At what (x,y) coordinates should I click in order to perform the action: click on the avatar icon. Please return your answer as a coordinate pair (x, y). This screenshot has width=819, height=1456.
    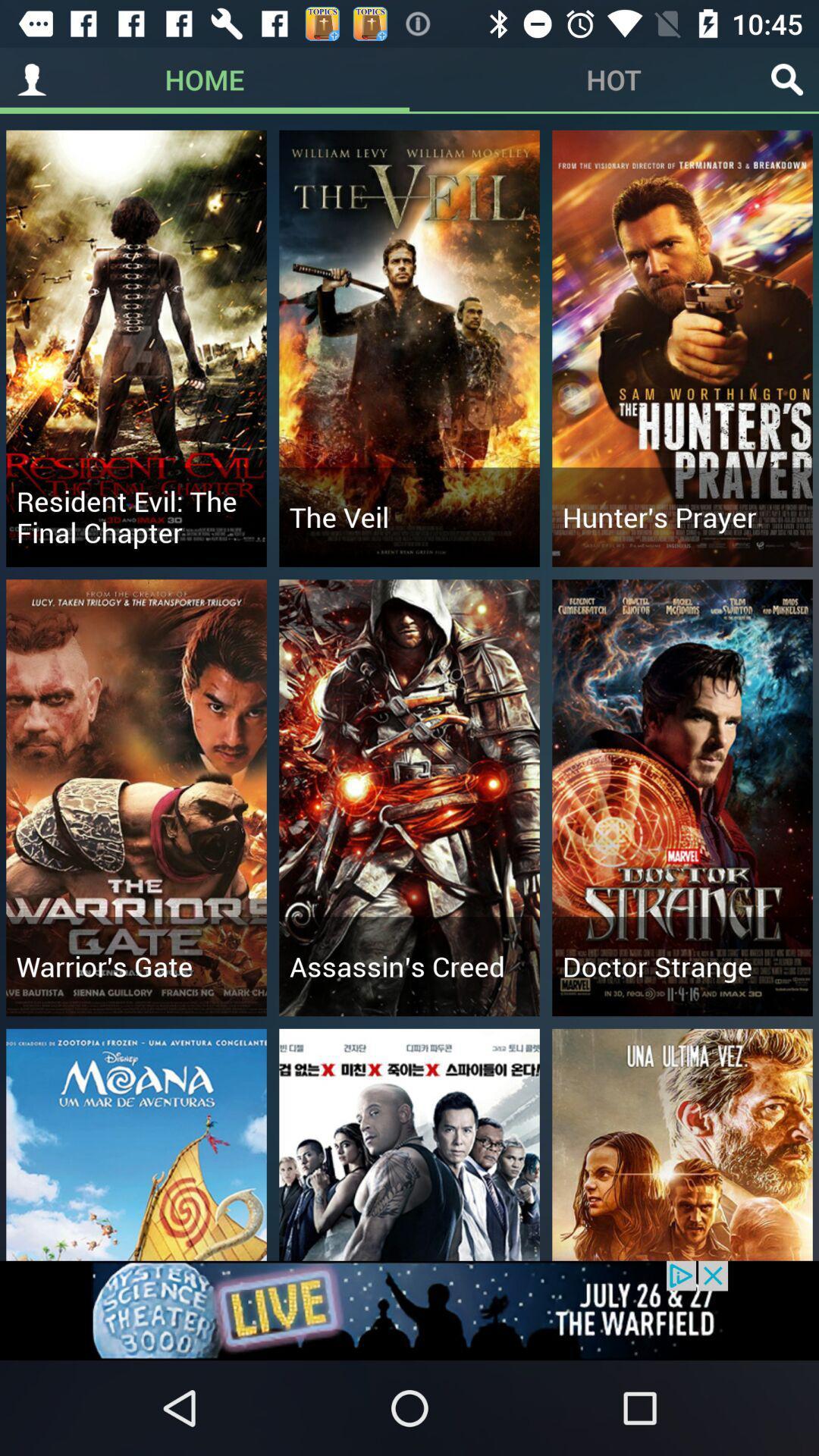
    Looking at the image, I should click on (32, 79).